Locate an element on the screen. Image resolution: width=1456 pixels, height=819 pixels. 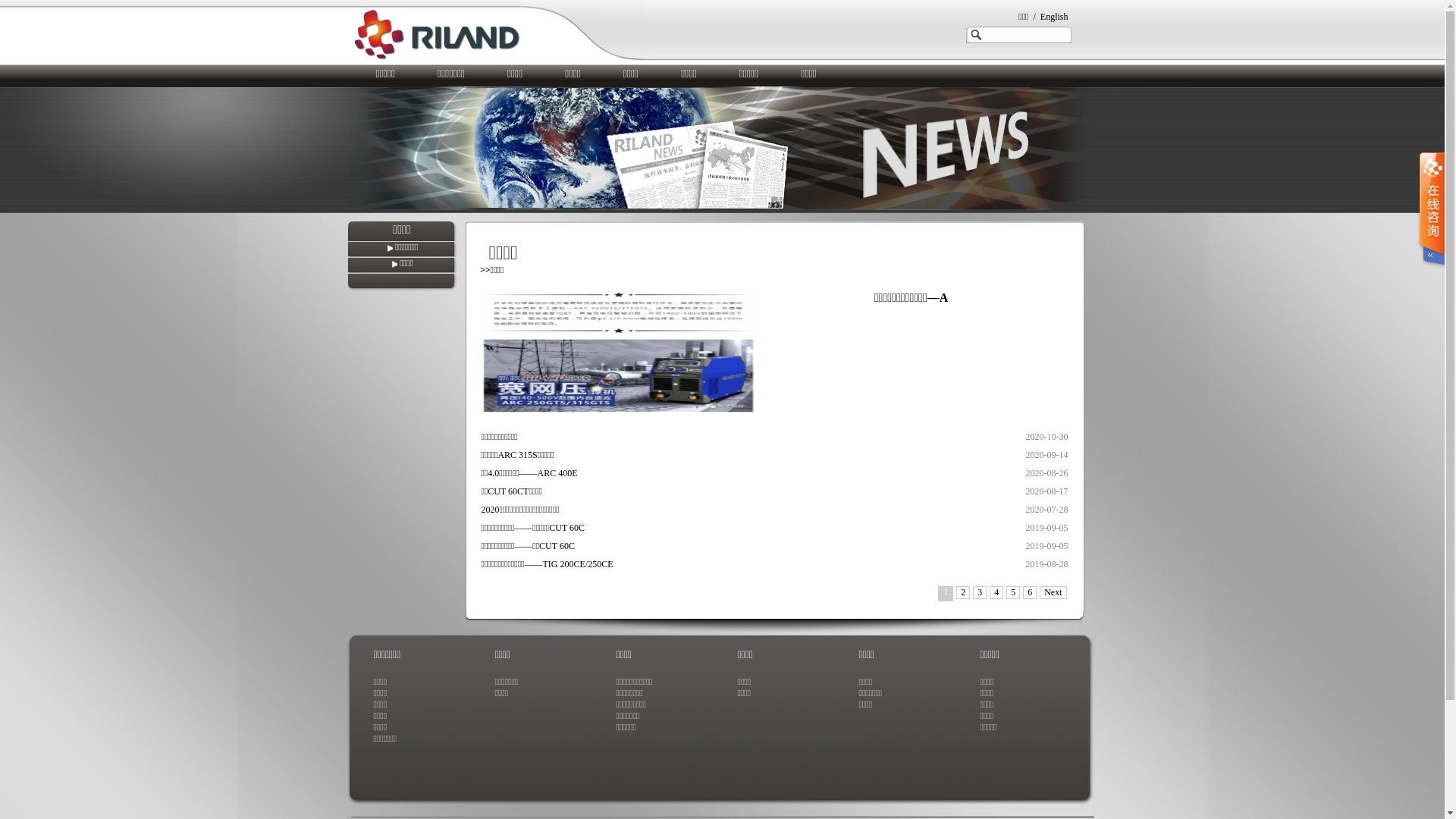
'6' is located at coordinates (1030, 591).